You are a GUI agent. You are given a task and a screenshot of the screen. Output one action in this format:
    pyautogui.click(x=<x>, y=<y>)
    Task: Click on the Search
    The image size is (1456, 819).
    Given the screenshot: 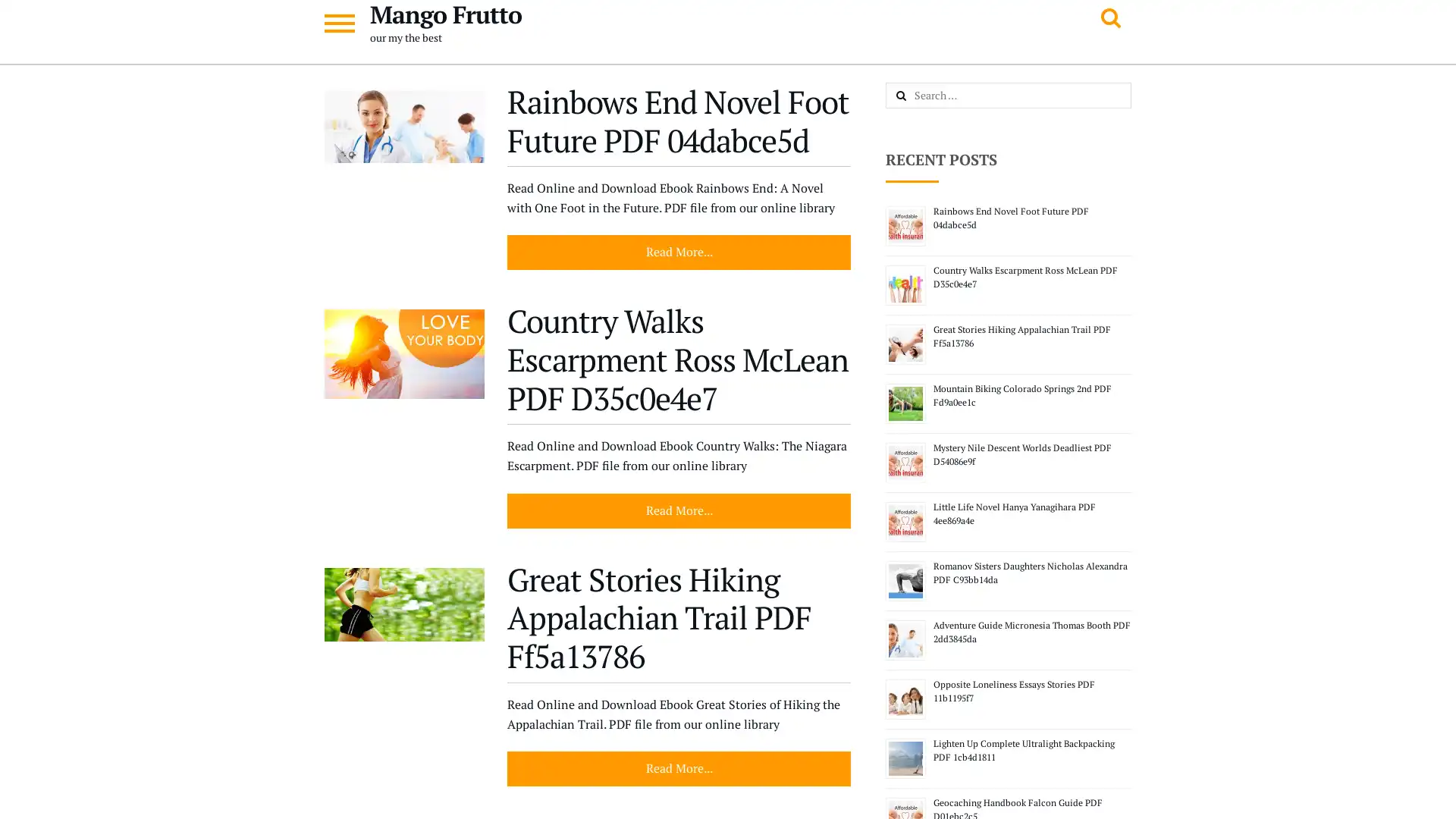 What is the action you would take?
    pyautogui.click(x=917, y=96)
    